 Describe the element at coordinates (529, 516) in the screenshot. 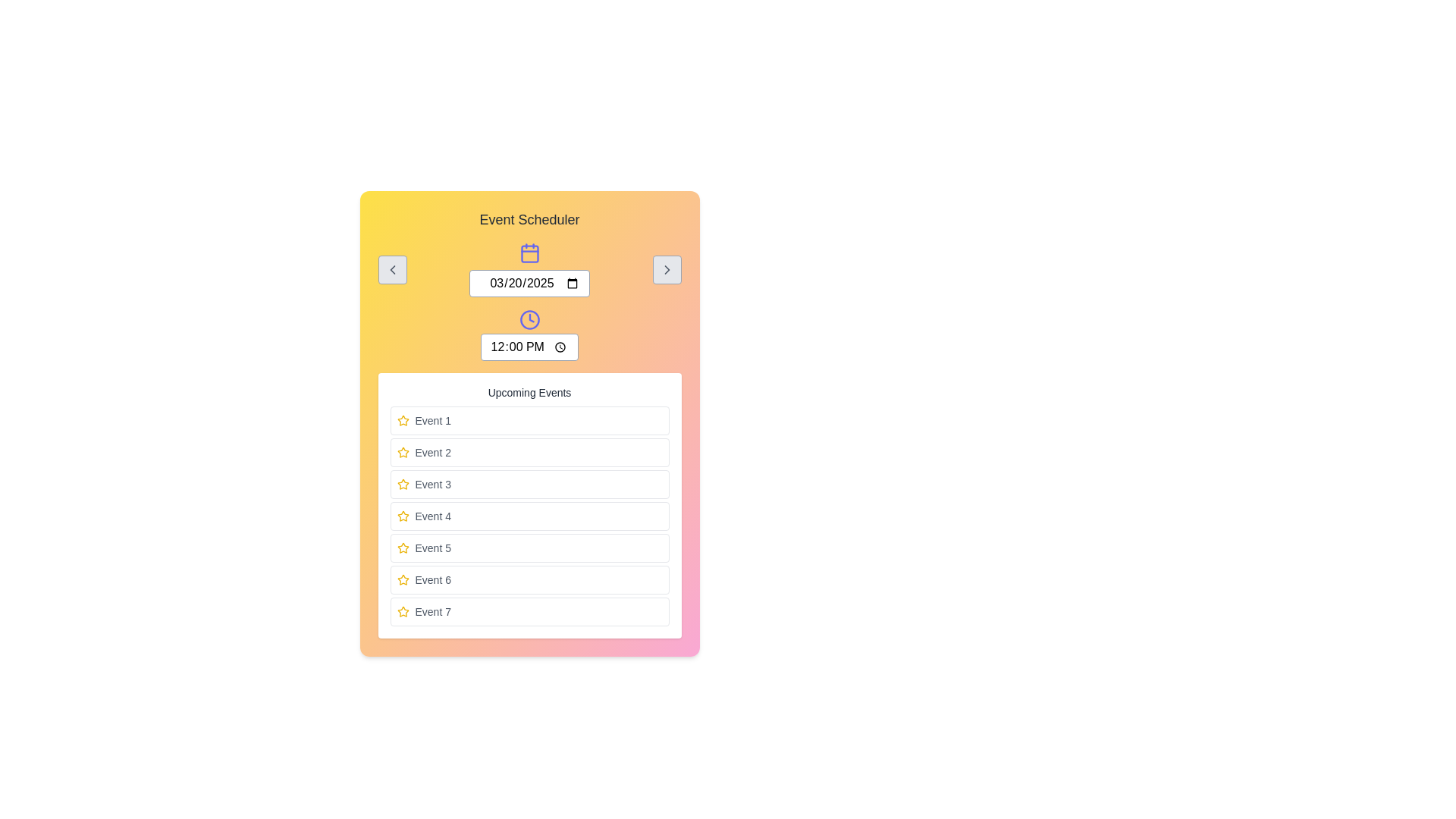

I see `the 'Event 4' entry in the list of upcoming events` at that location.